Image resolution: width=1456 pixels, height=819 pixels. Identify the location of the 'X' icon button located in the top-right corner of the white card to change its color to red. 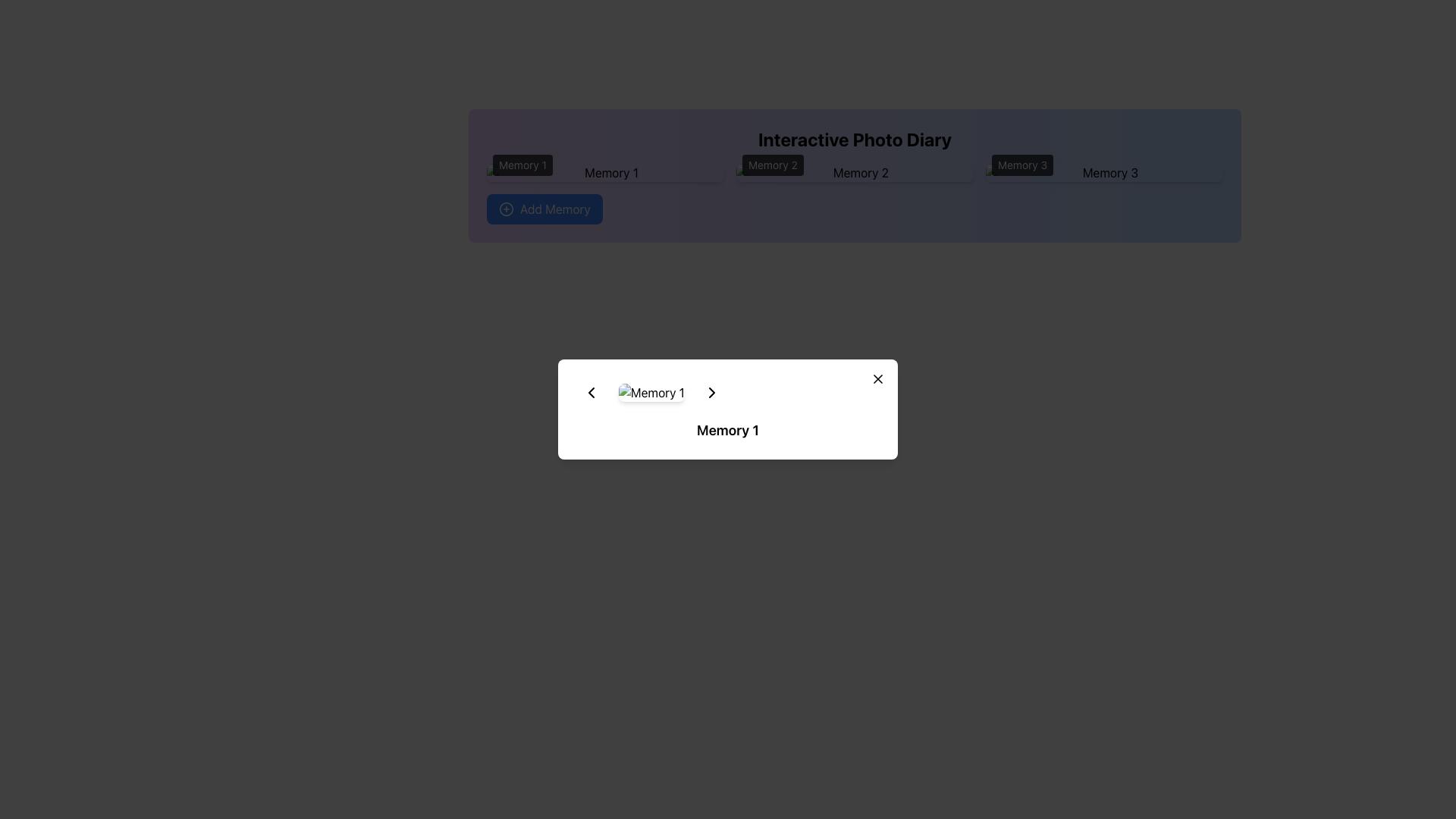
(877, 378).